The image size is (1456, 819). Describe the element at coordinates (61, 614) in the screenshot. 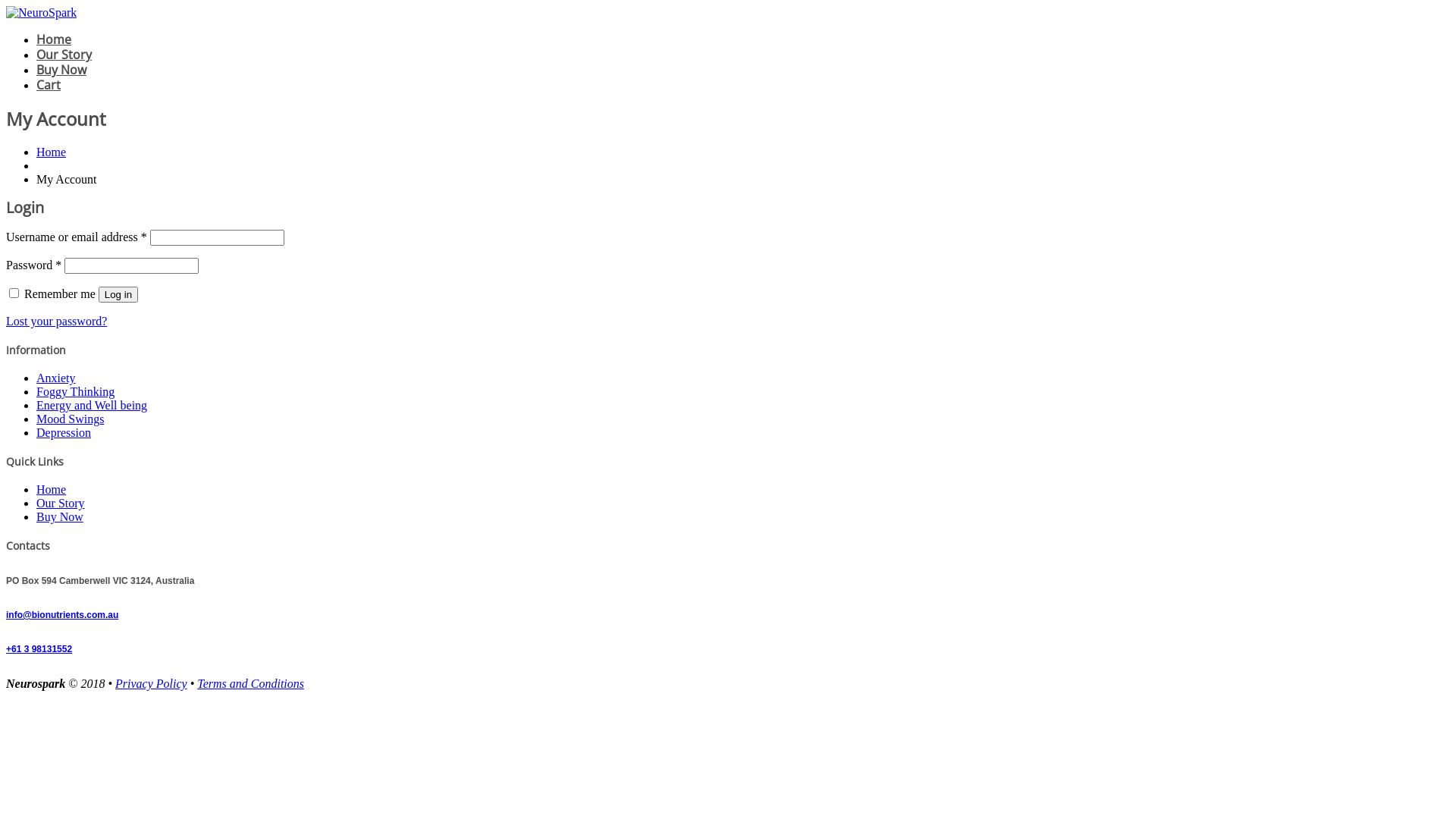

I see `'info@bionutrients.com.au'` at that location.